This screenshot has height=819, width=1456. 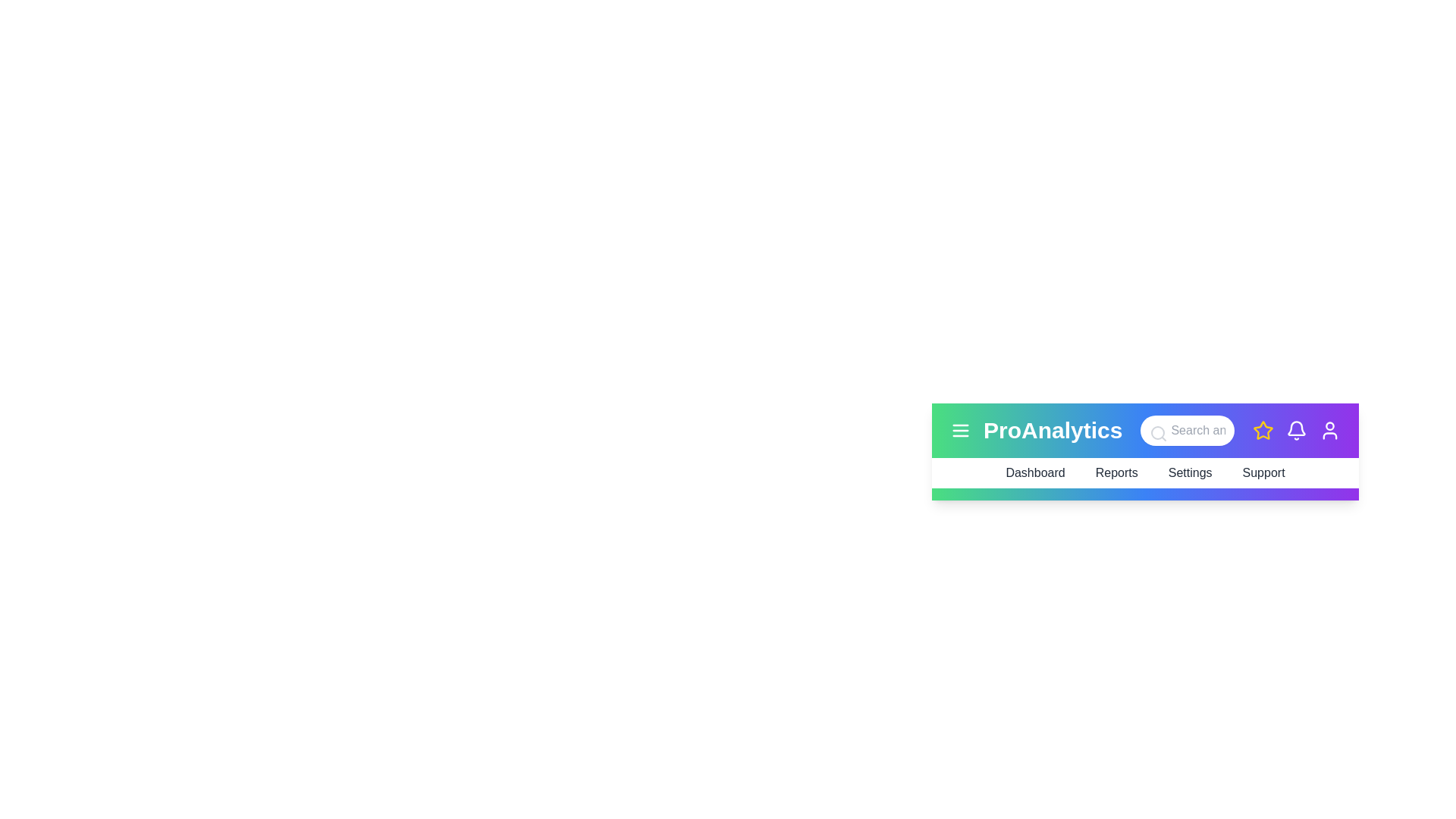 What do you see at coordinates (1116, 472) in the screenshot?
I see `the menu item Reports to trigger additional feedback` at bounding box center [1116, 472].